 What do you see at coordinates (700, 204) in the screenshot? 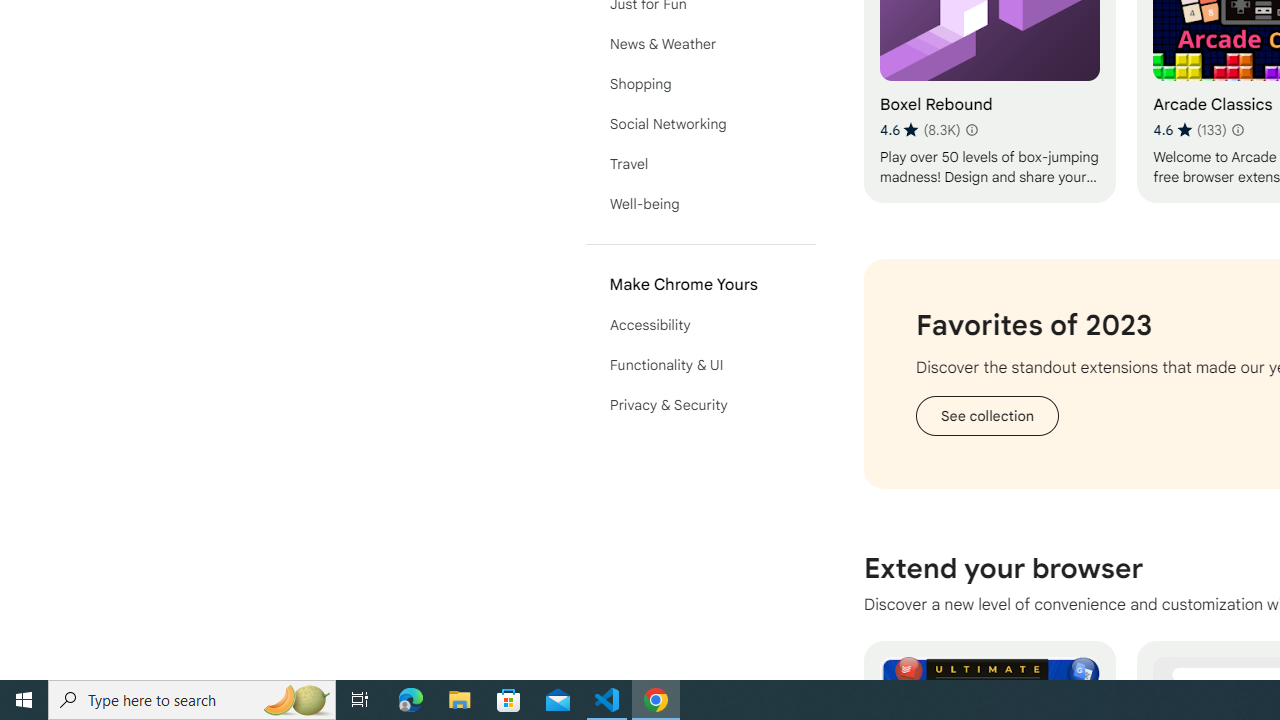
I see `'Well-being'` at bounding box center [700, 204].